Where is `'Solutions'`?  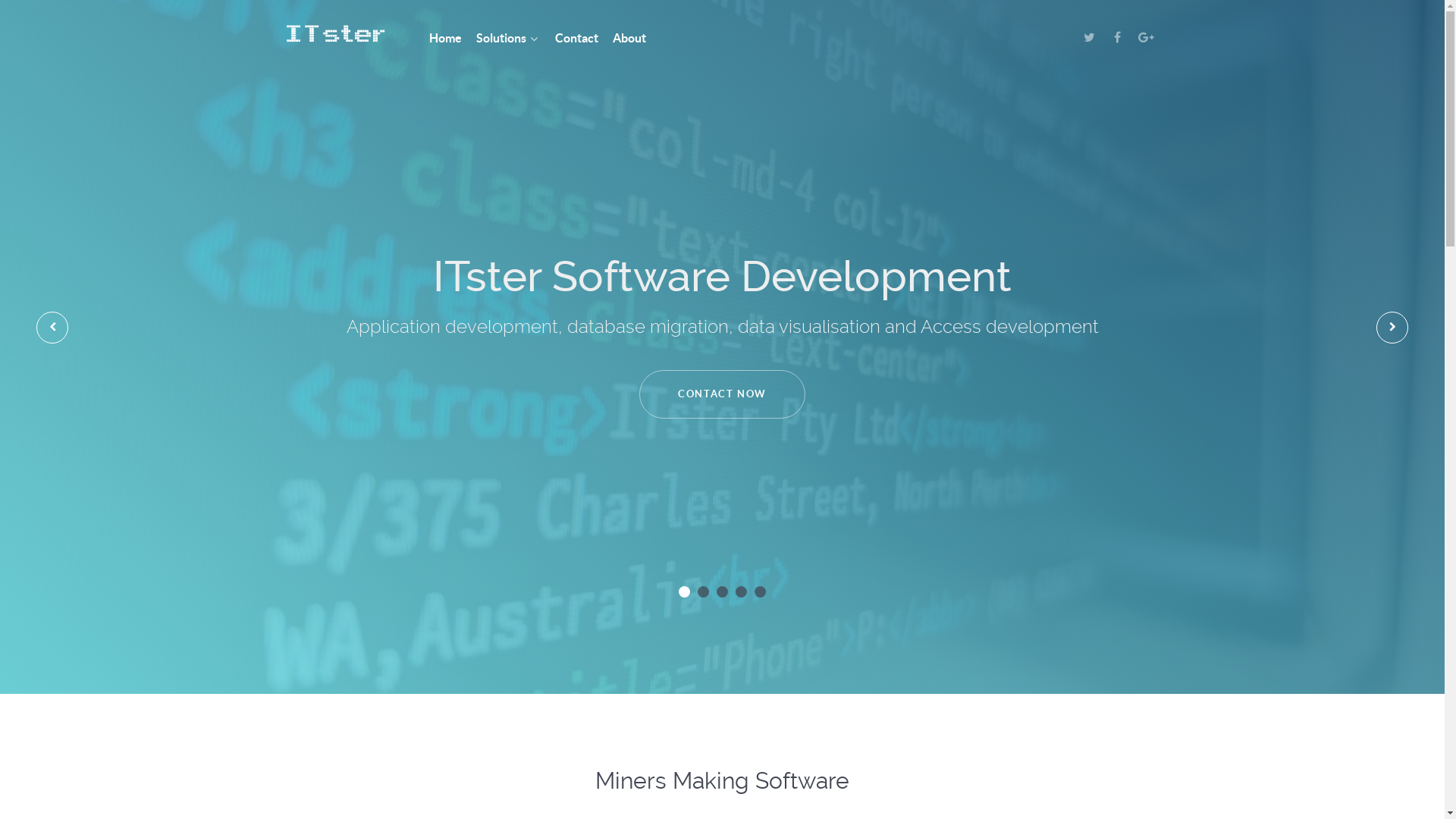 'Solutions' is located at coordinates (475, 38).